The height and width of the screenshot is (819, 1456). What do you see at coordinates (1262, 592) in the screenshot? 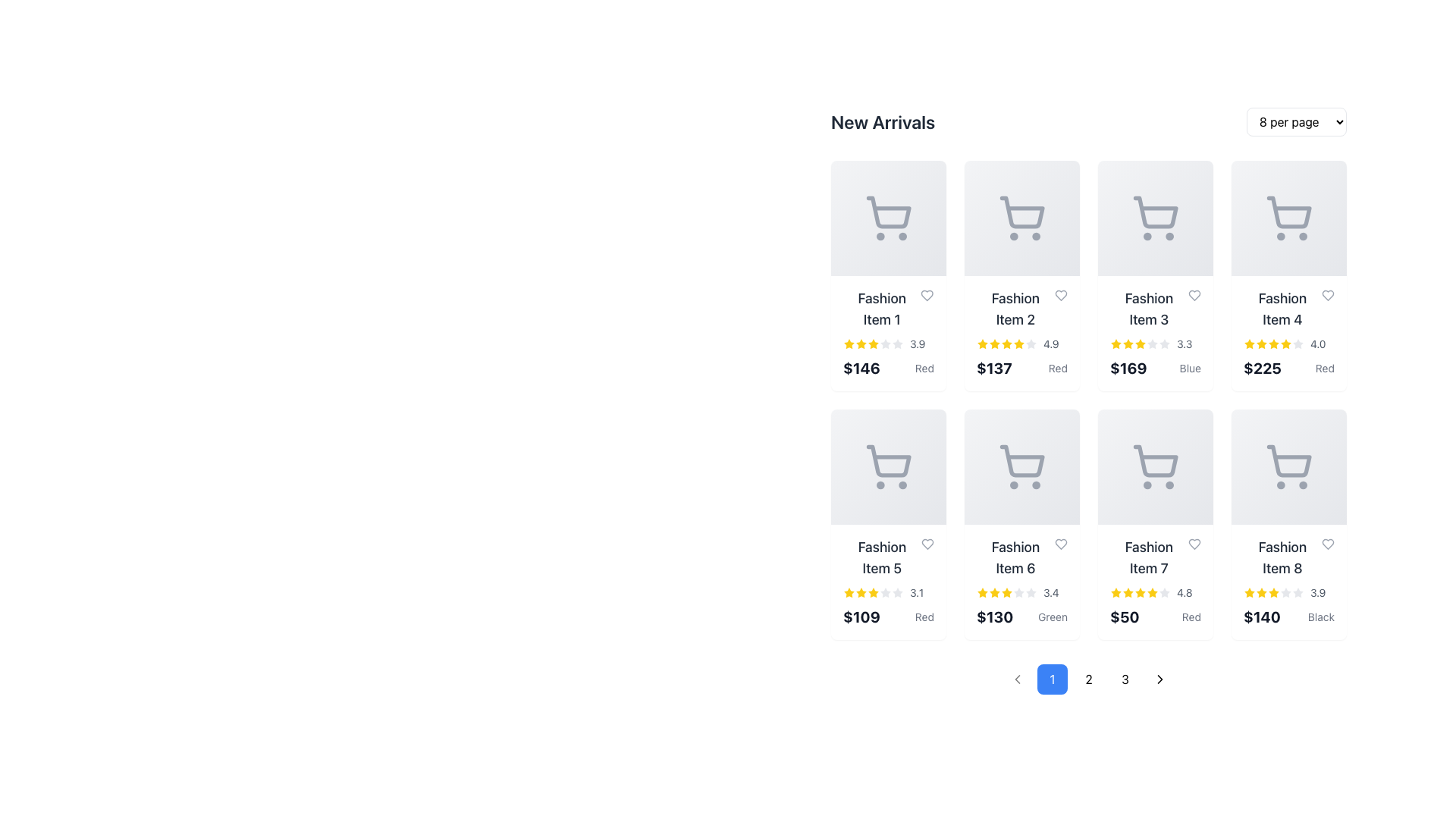
I see `the state of the third yellow rating star icon representing 'Fashion Item 8' in the rating section` at bounding box center [1262, 592].